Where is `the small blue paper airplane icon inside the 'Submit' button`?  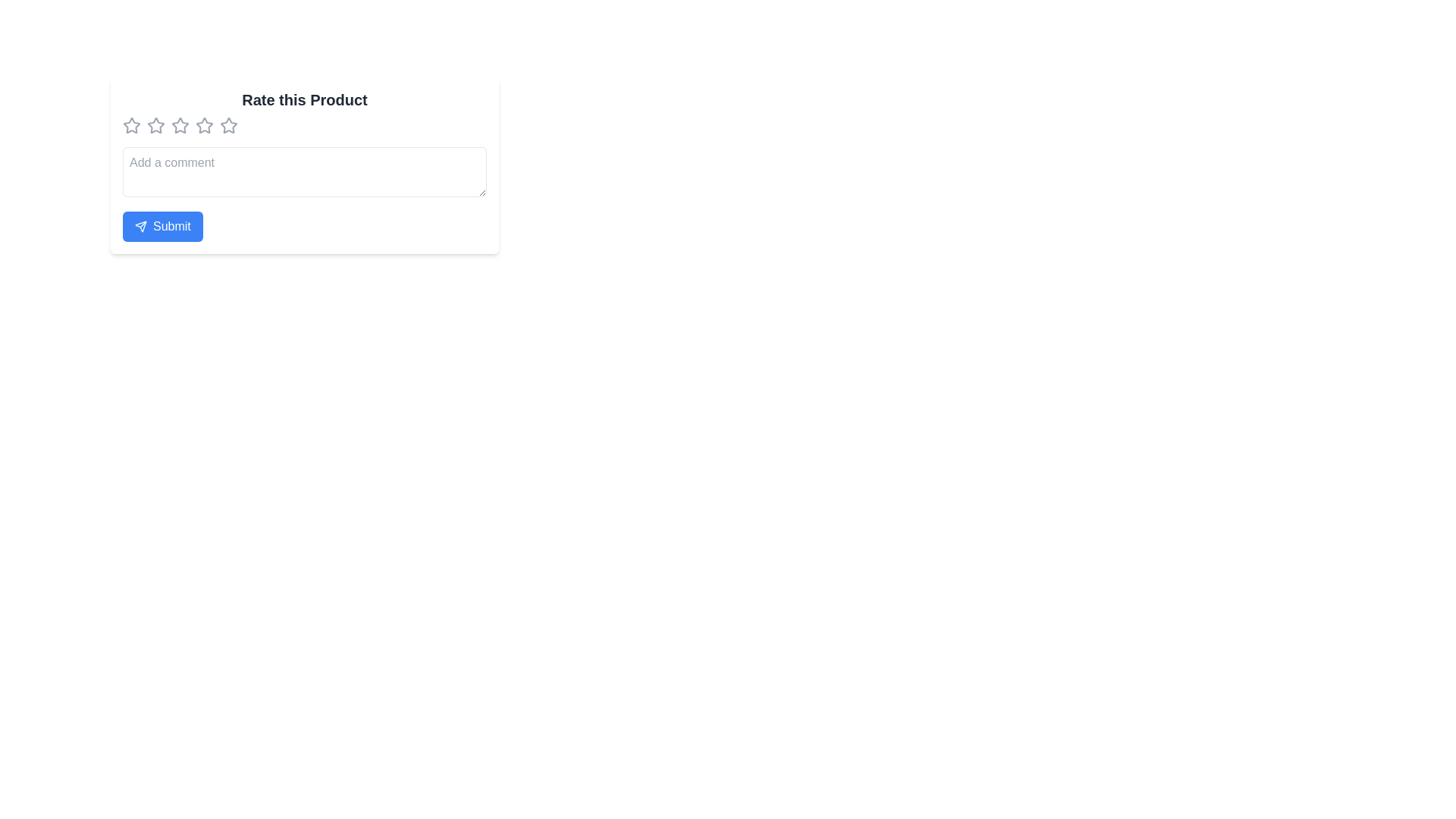
the small blue paper airplane icon inside the 'Submit' button is located at coordinates (141, 227).